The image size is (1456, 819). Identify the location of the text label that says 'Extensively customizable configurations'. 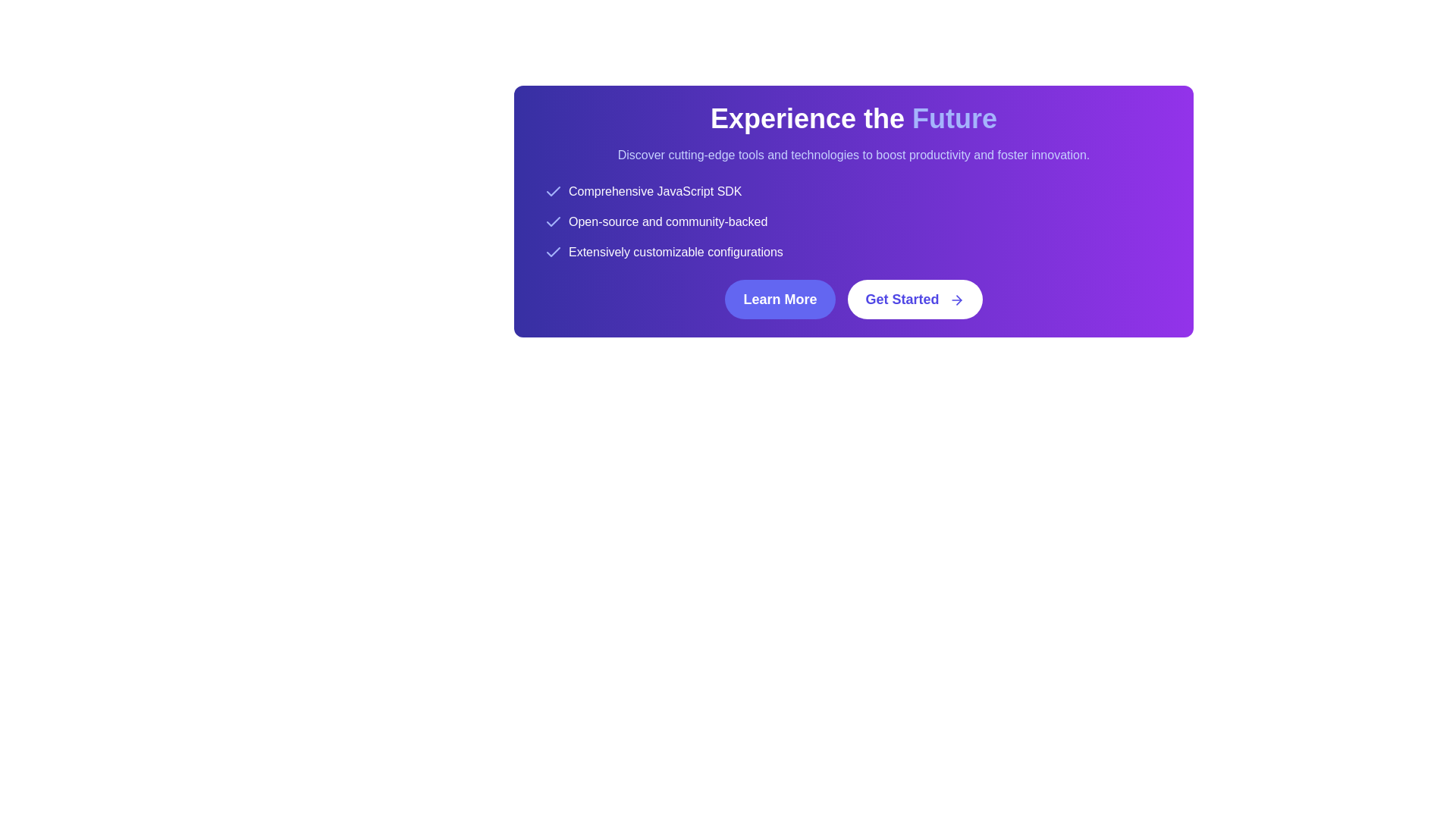
(675, 251).